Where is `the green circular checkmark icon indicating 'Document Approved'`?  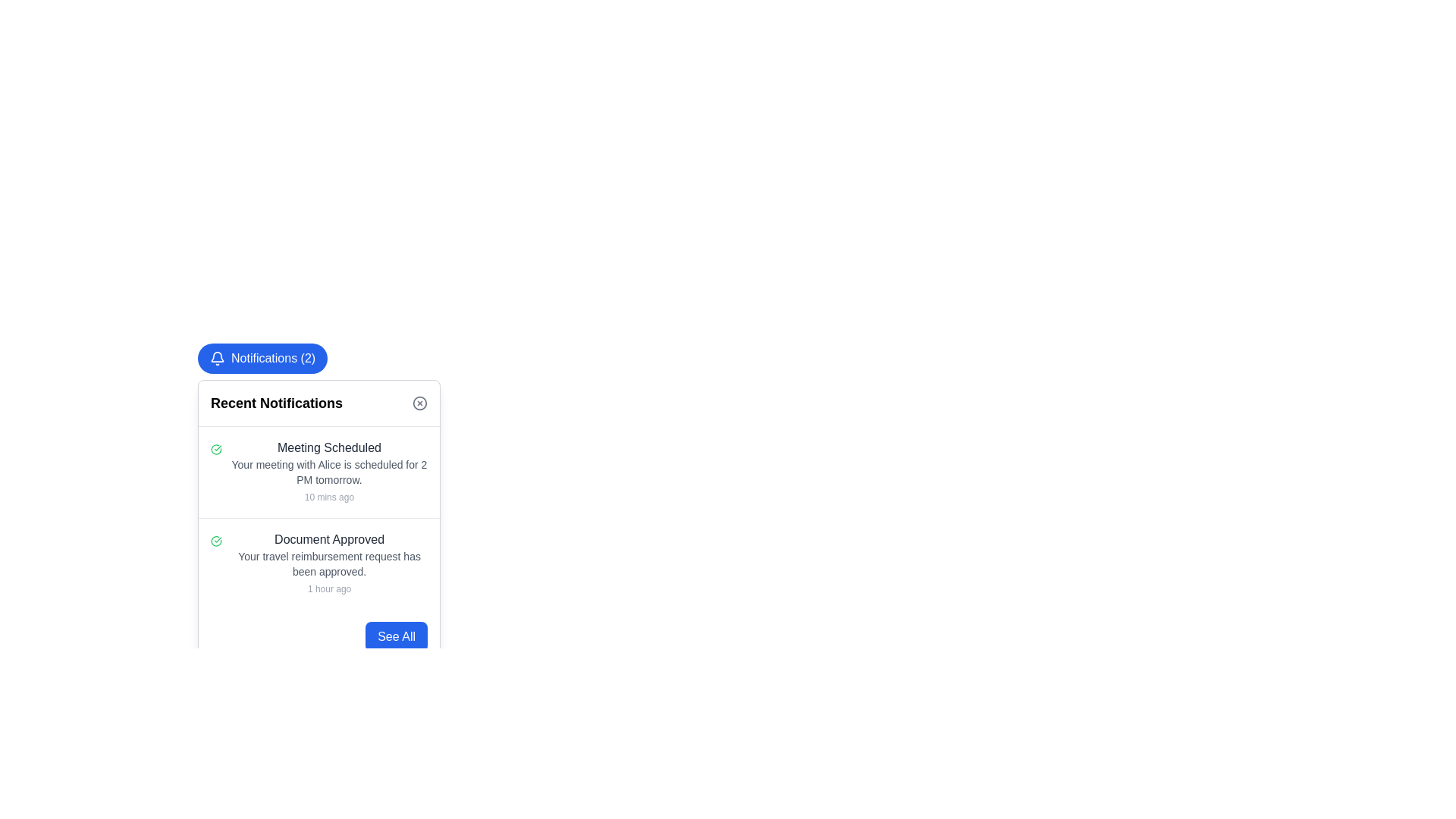
the green circular checkmark icon indicating 'Document Approved' is located at coordinates (215, 540).